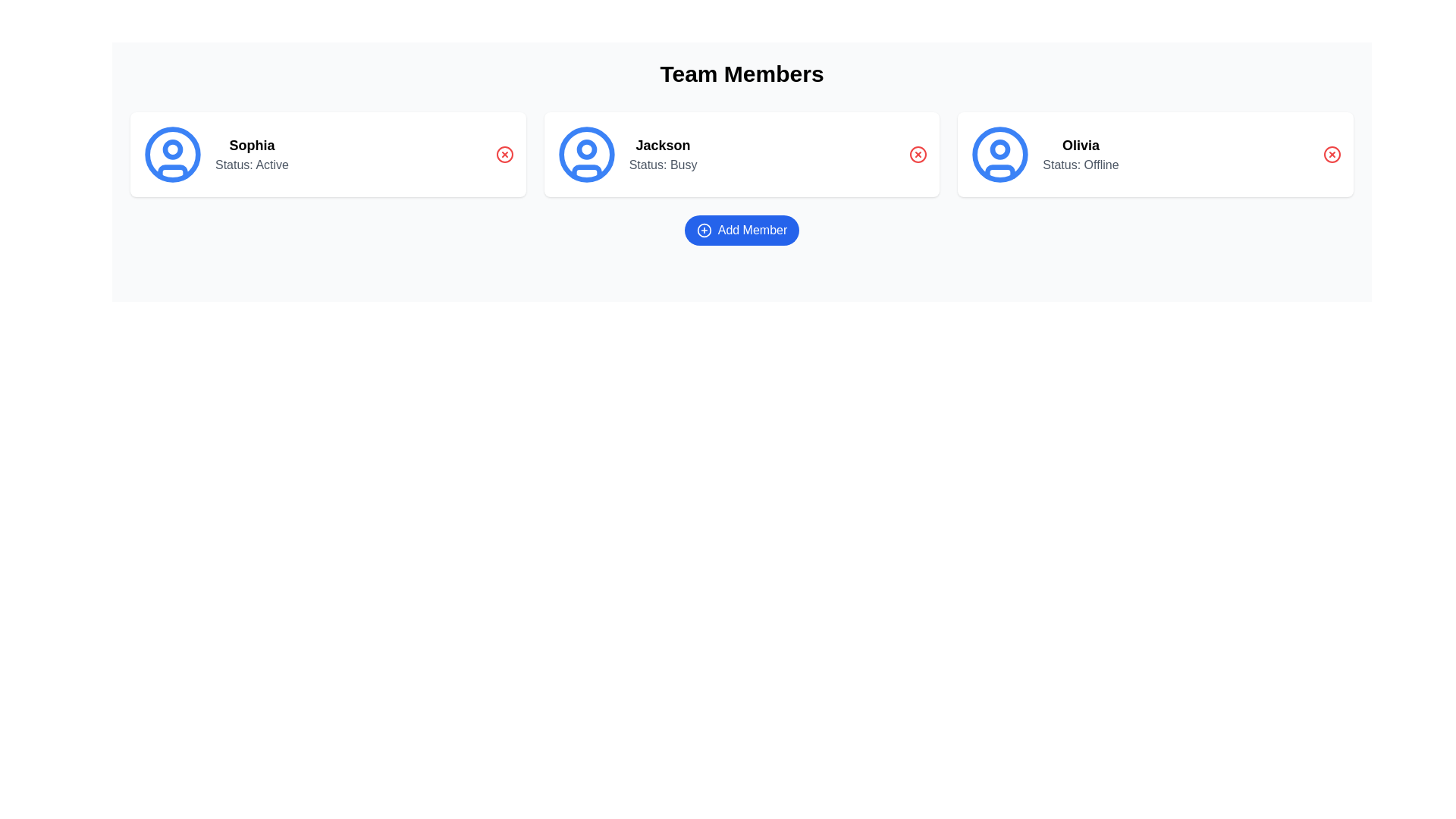  What do you see at coordinates (742, 74) in the screenshot?
I see `prominent bold text heading that says 'Team Members', located at the top center of the page layout` at bounding box center [742, 74].